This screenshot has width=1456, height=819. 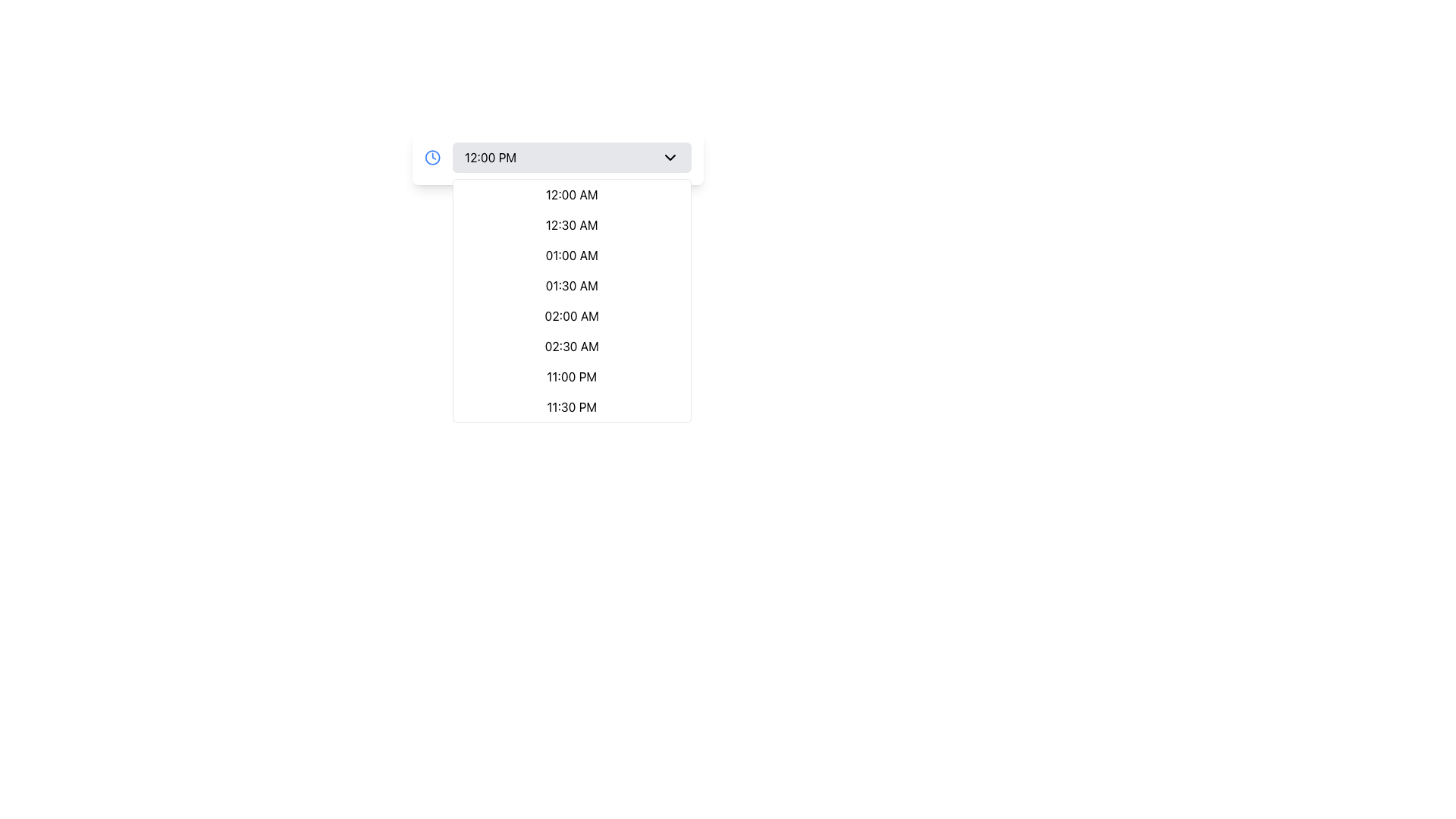 I want to click on the list item displaying '11:00 PM', so click(x=571, y=376).